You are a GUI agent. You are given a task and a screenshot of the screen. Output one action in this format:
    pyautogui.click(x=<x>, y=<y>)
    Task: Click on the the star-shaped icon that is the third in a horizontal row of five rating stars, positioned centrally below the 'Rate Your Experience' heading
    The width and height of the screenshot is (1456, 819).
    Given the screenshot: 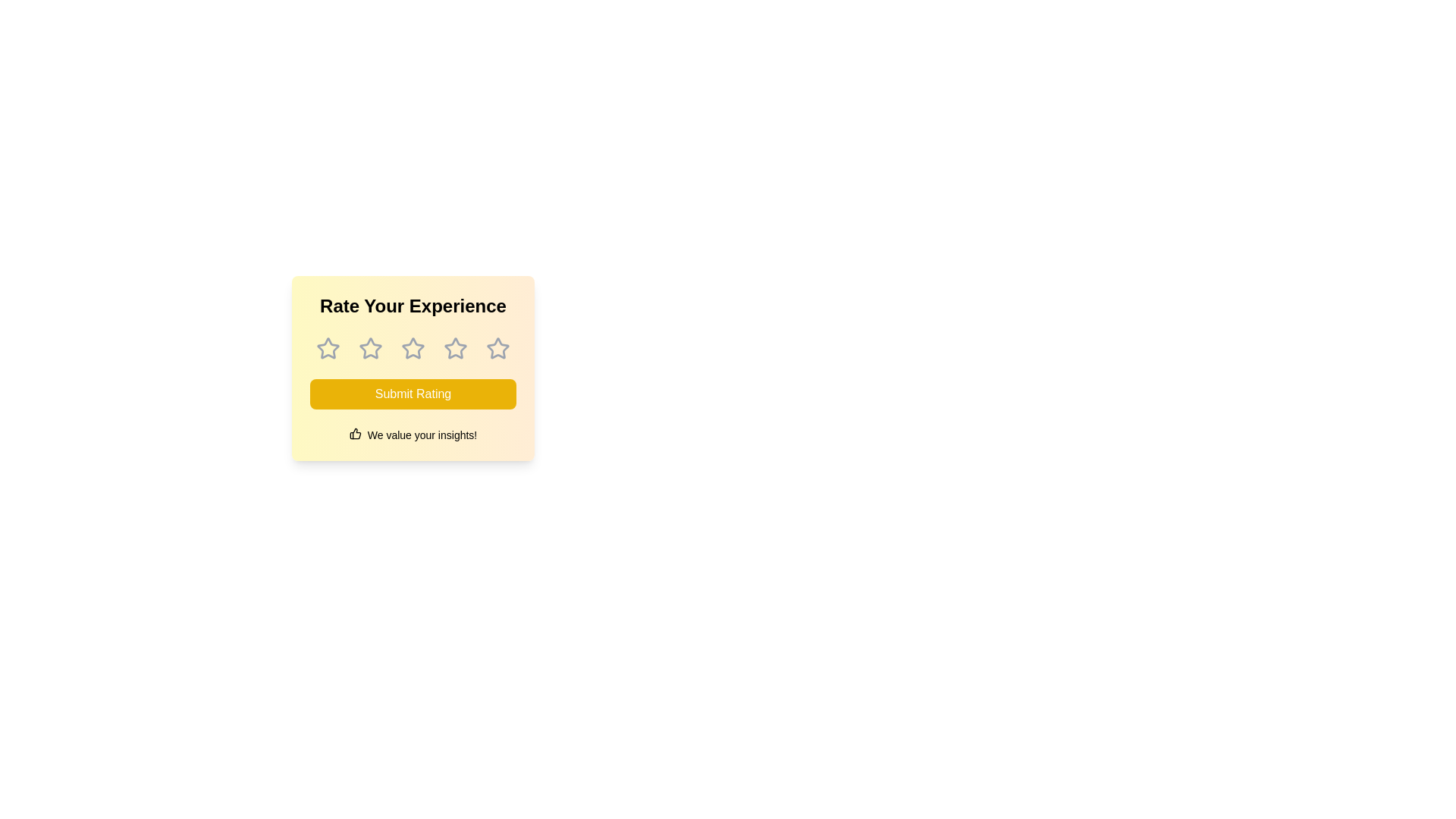 What is the action you would take?
    pyautogui.click(x=413, y=348)
    